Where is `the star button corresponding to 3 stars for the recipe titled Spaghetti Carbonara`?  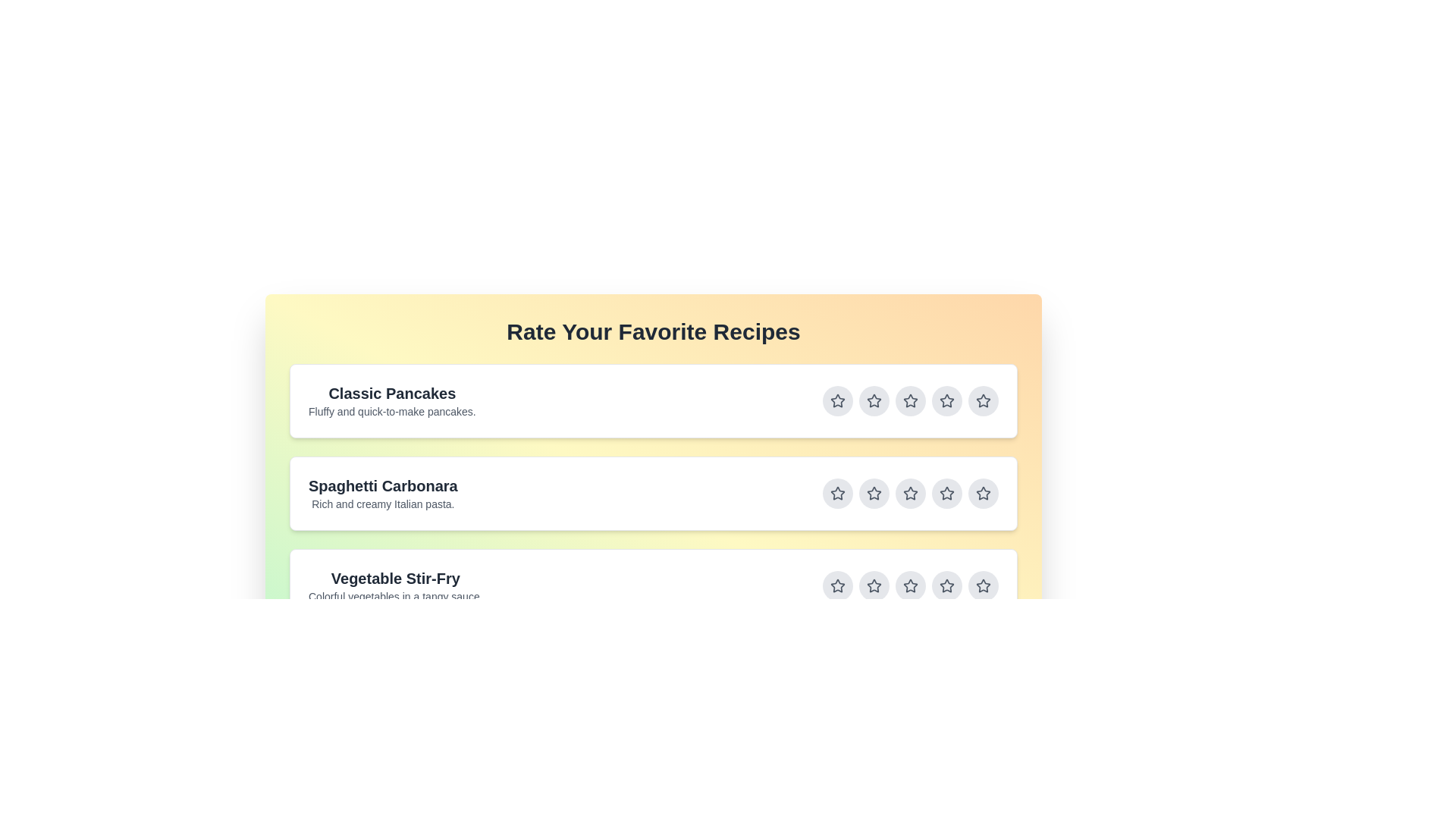
the star button corresponding to 3 stars for the recipe titled Spaghetti Carbonara is located at coordinates (910, 494).